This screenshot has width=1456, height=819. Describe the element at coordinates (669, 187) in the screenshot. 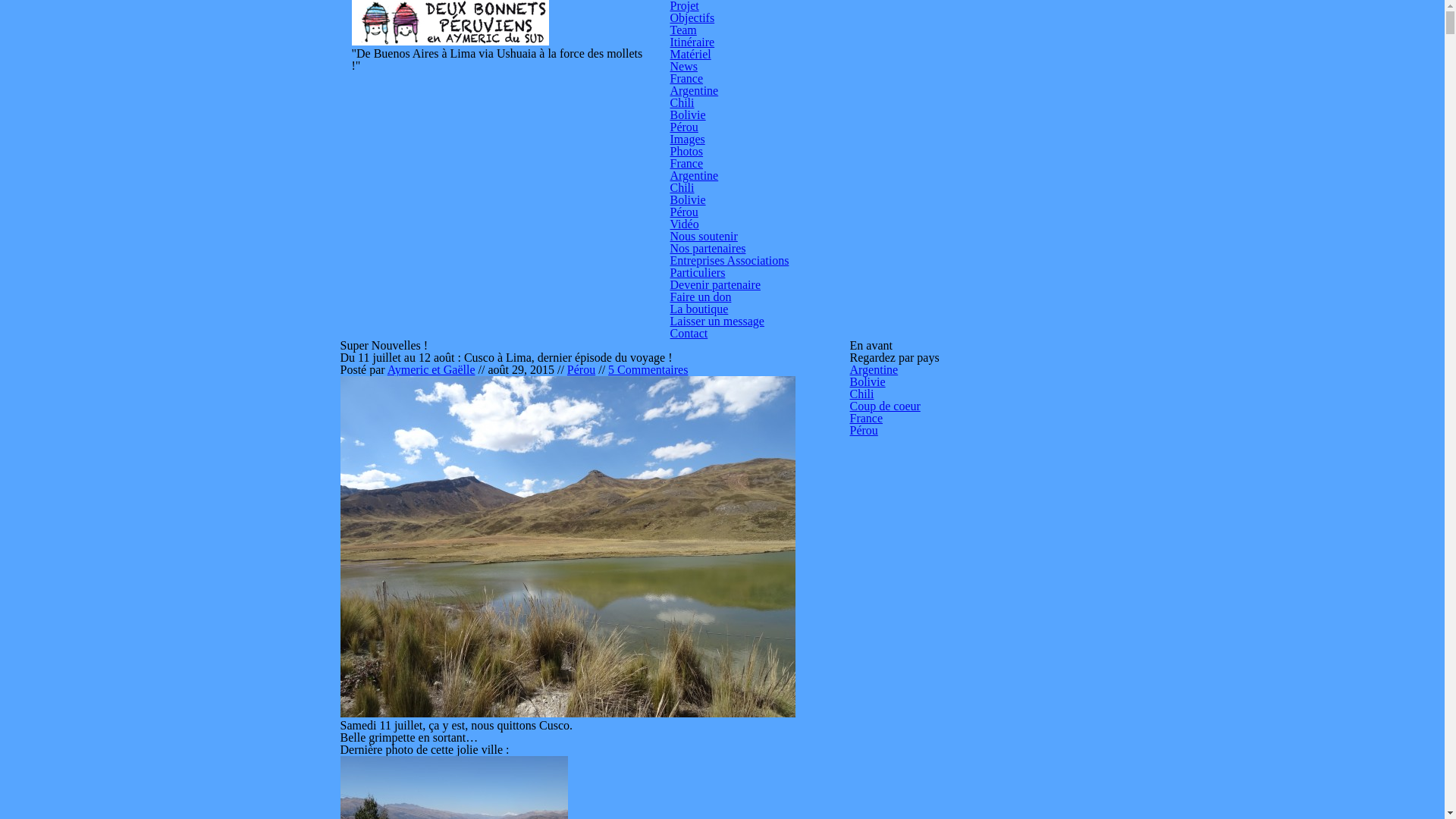

I see `'Chili'` at that location.